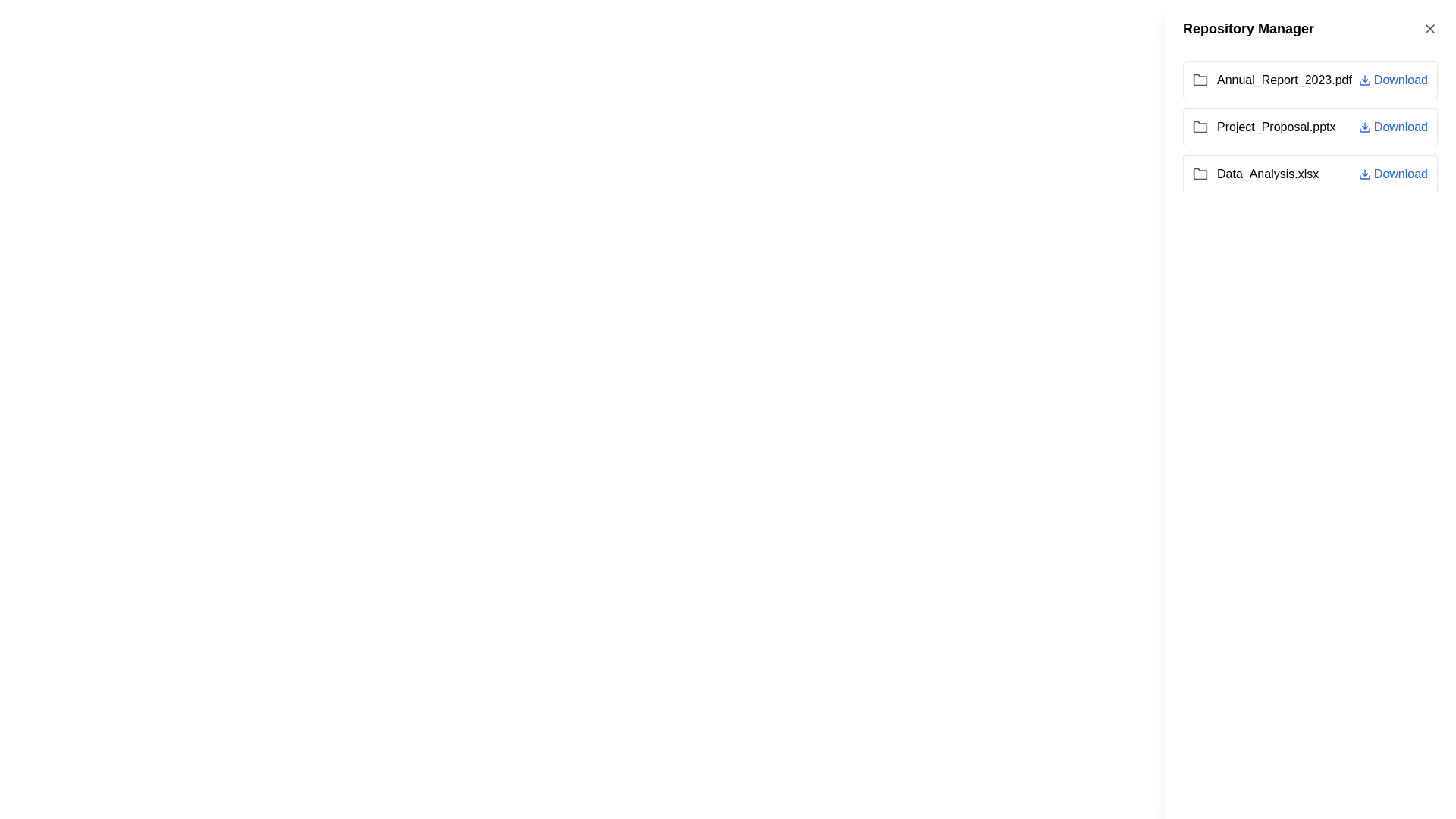 The width and height of the screenshot is (1456, 819). Describe the element at coordinates (1364, 80) in the screenshot. I see `the blue downward-facing arrow SVG icon representing the download action, which is located to the left of the 'Download' text for the file 'Annual_Report_2023.pdf'` at that location.